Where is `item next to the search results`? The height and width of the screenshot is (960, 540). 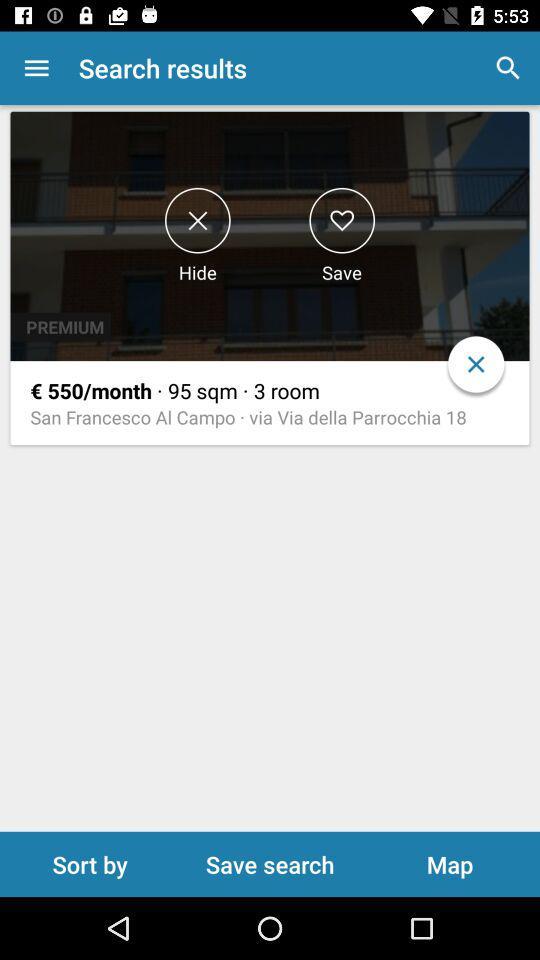 item next to the search results is located at coordinates (36, 68).